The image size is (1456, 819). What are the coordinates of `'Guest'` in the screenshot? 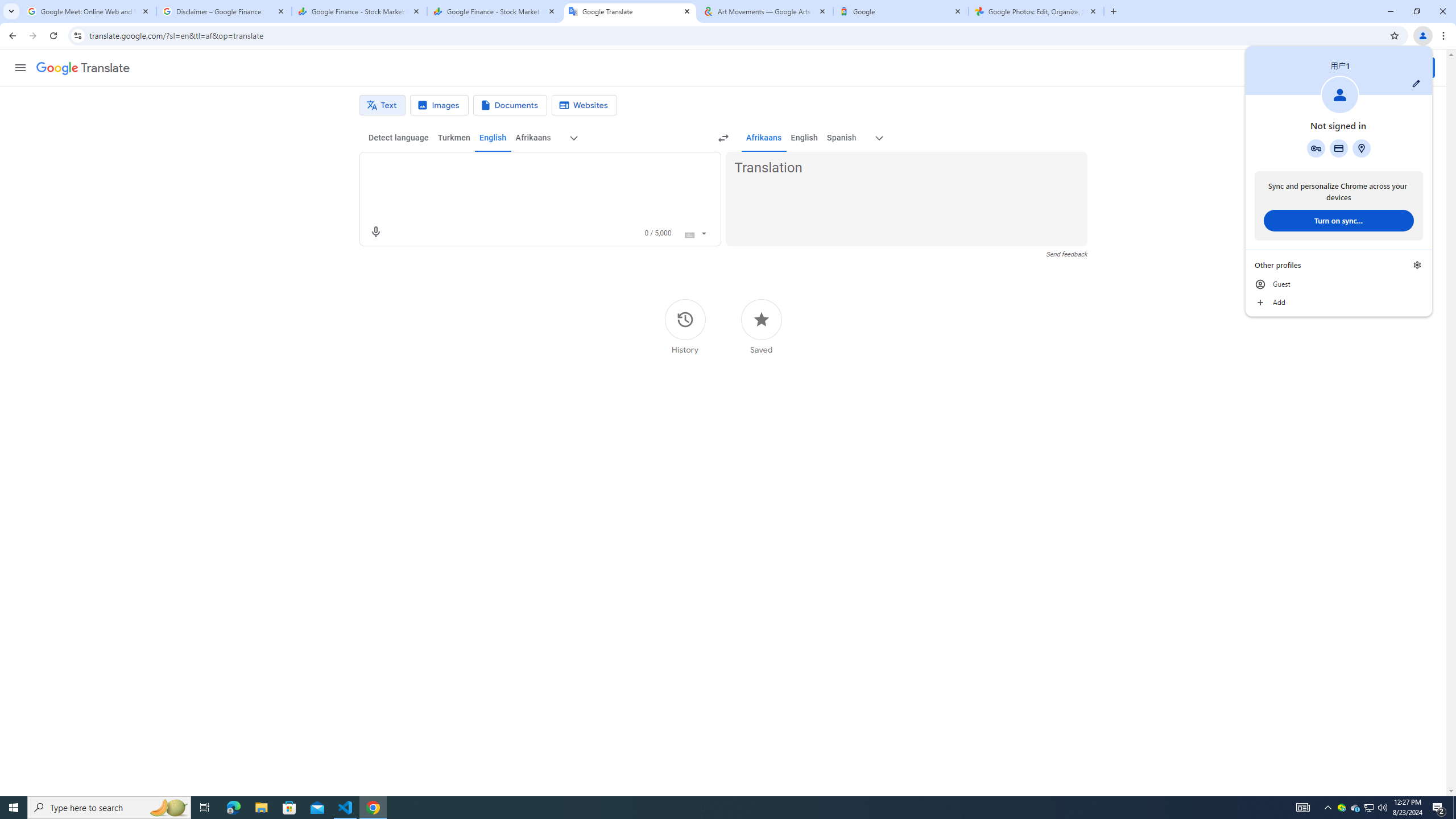 It's located at (1338, 283).